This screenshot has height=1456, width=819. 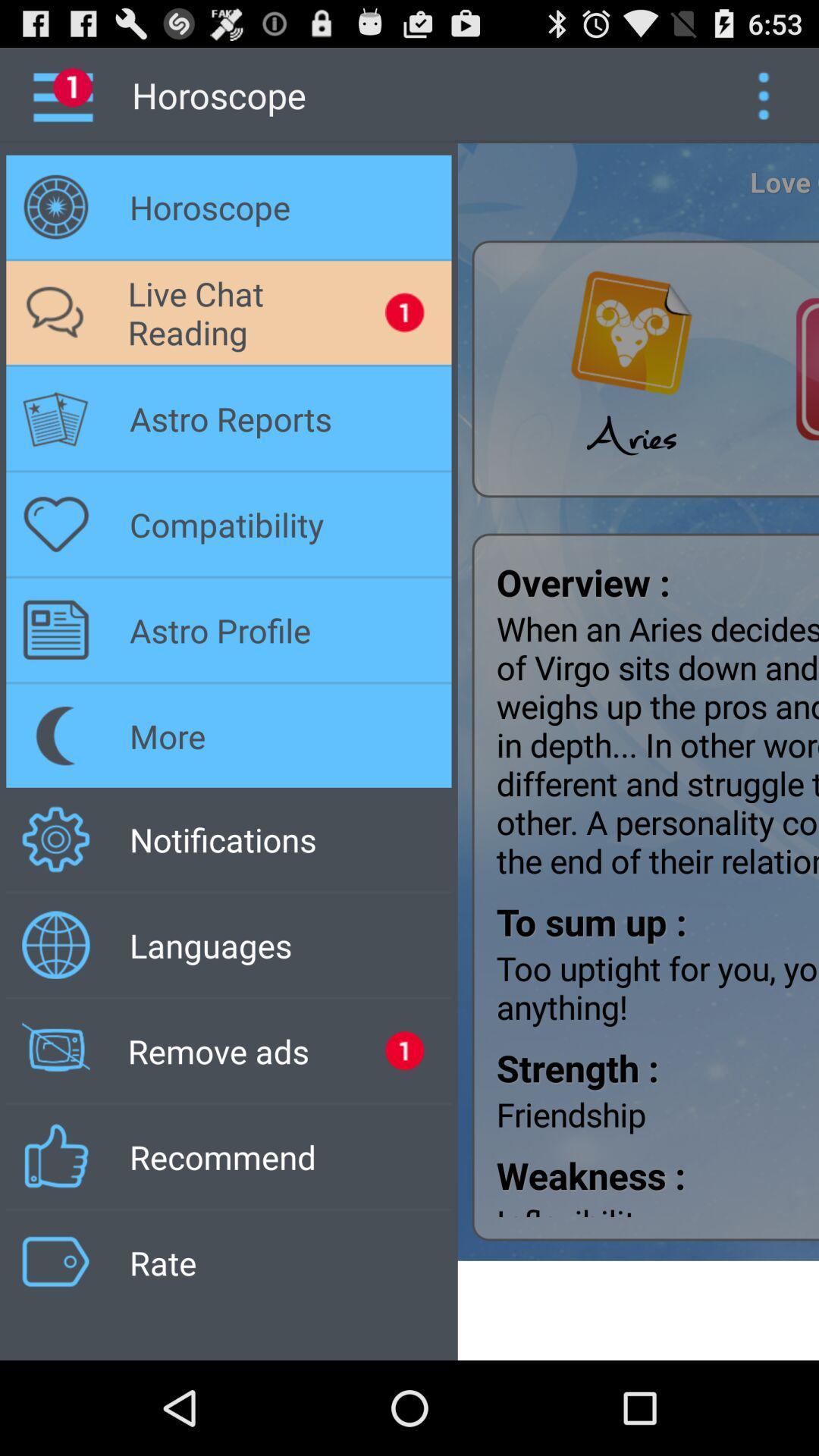 I want to click on option, so click(x=763, y=94).